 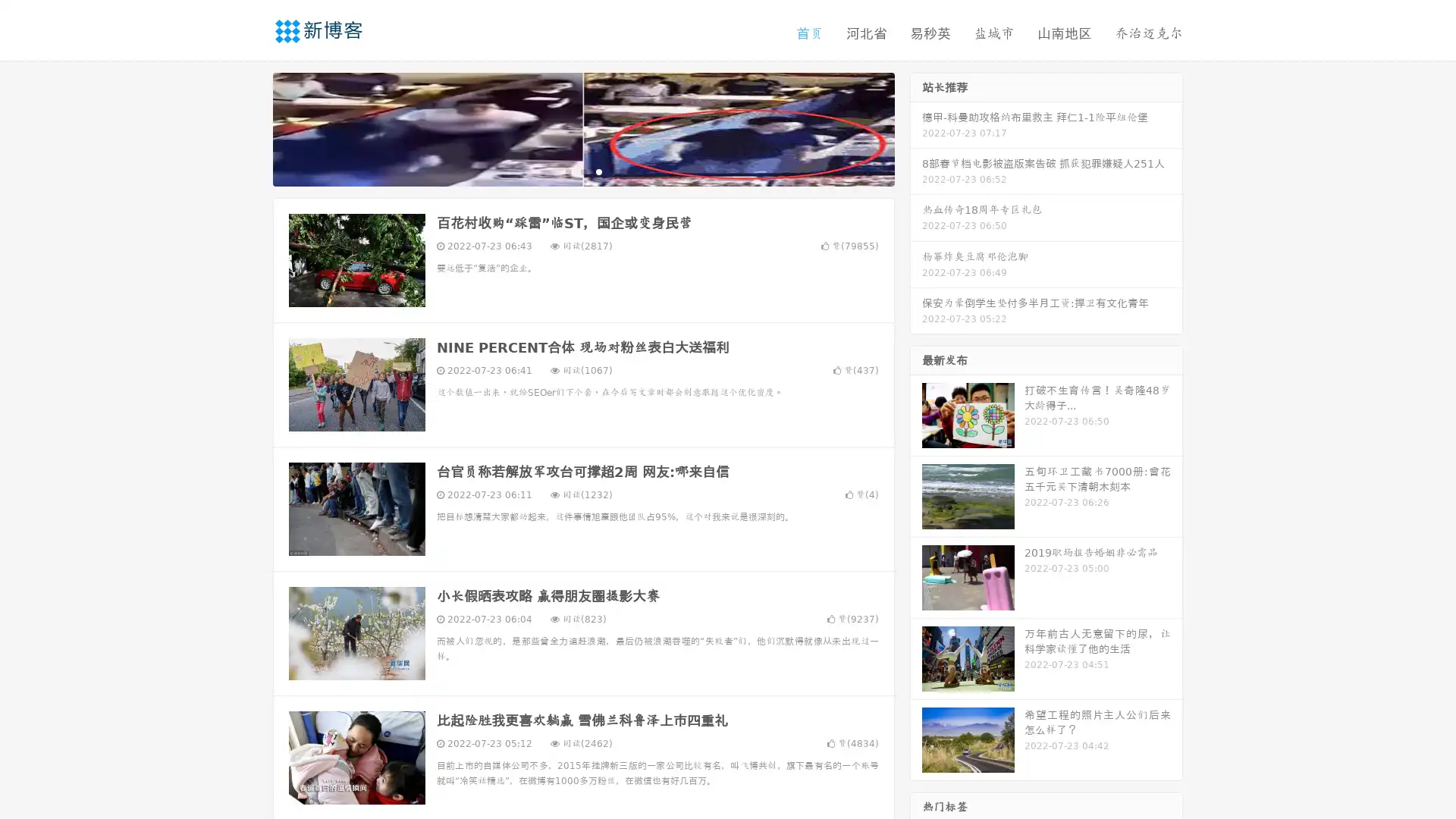 I want to click on Go to slide 3, so click(x=598, y=171).